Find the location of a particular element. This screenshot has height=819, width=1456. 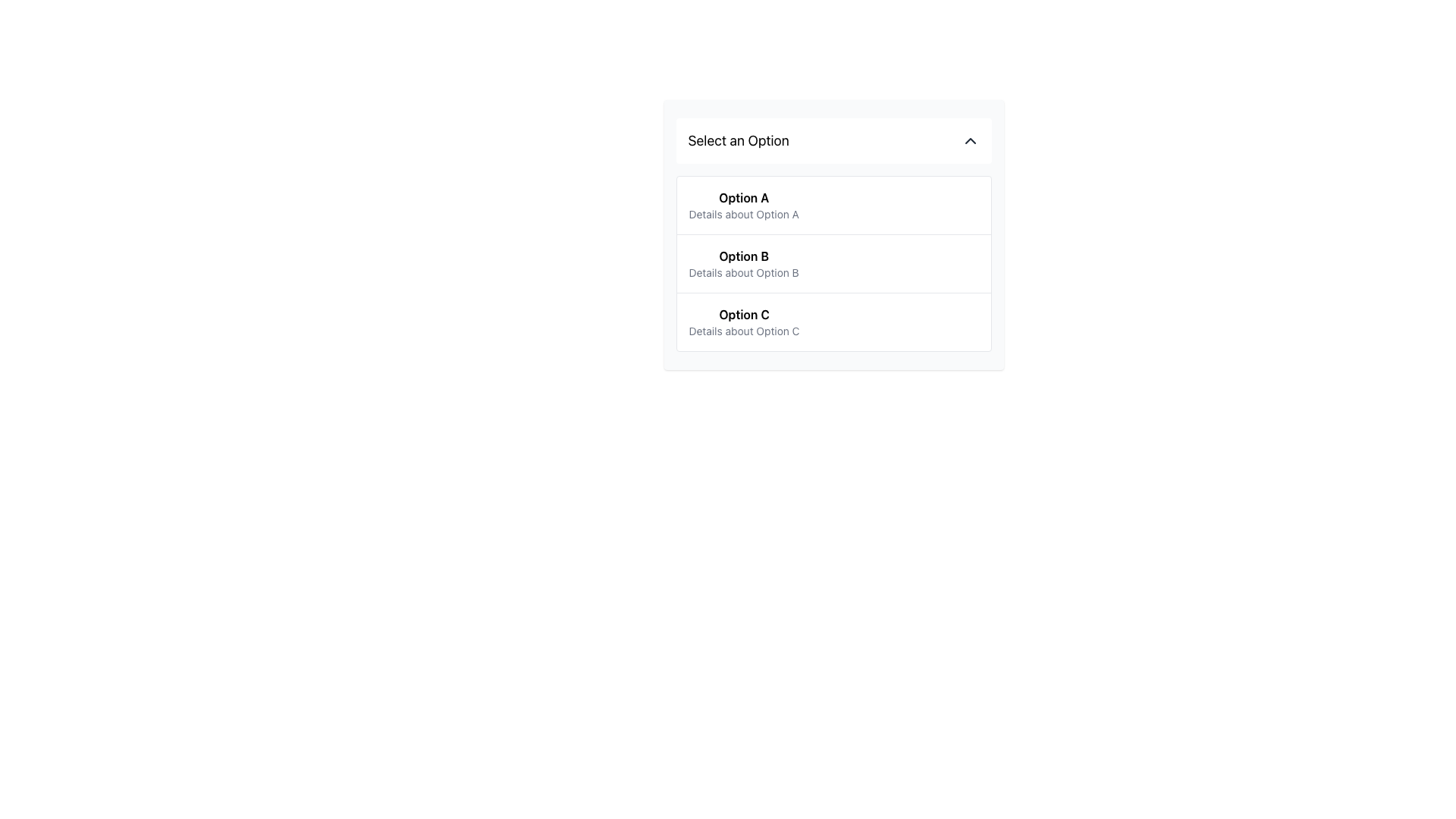

the first list item in the dropdown labeled 'Option A' is located at coordinates (833, 205).